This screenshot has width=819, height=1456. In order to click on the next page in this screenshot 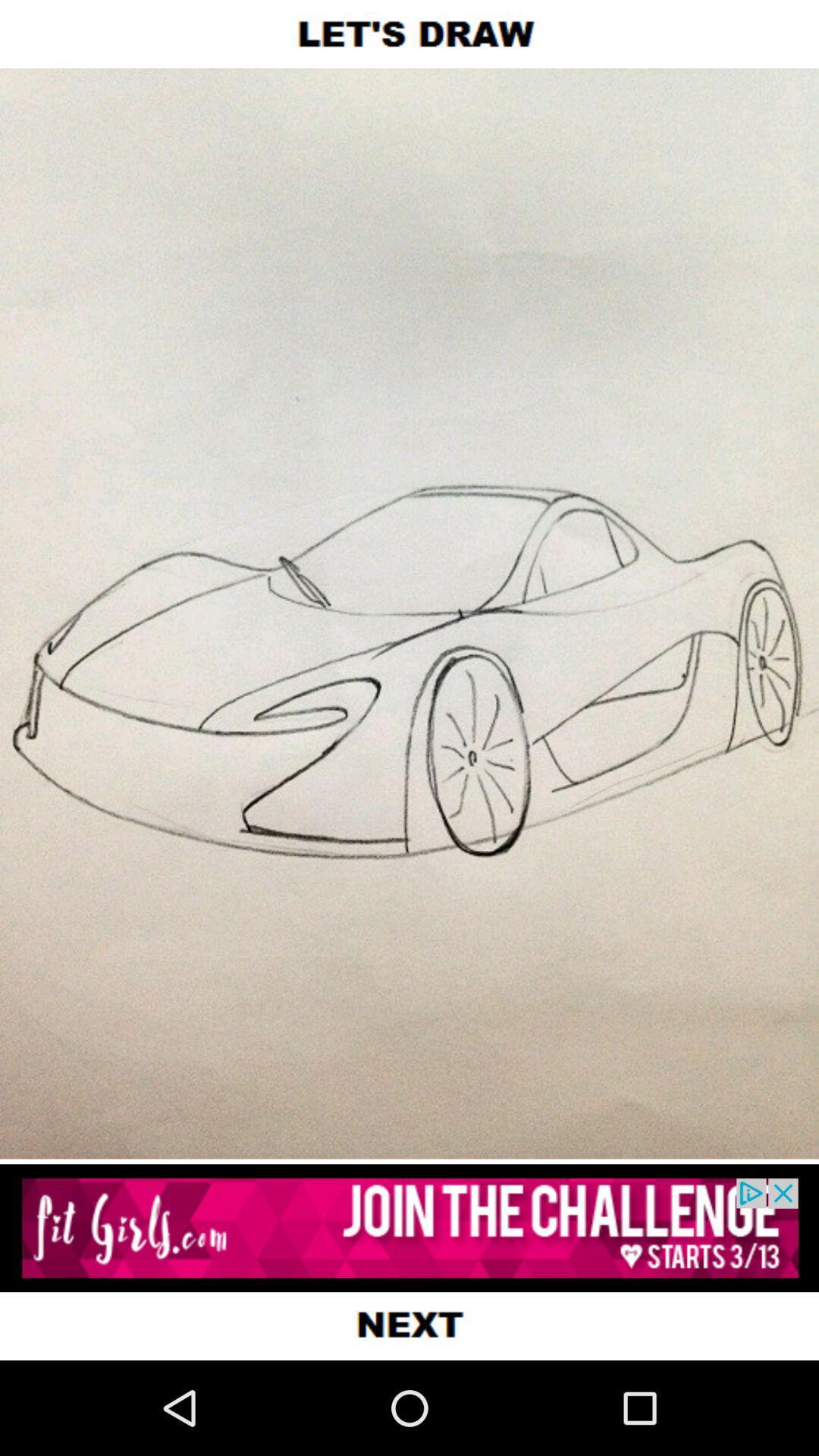, I will do `click(409, 1325)`.